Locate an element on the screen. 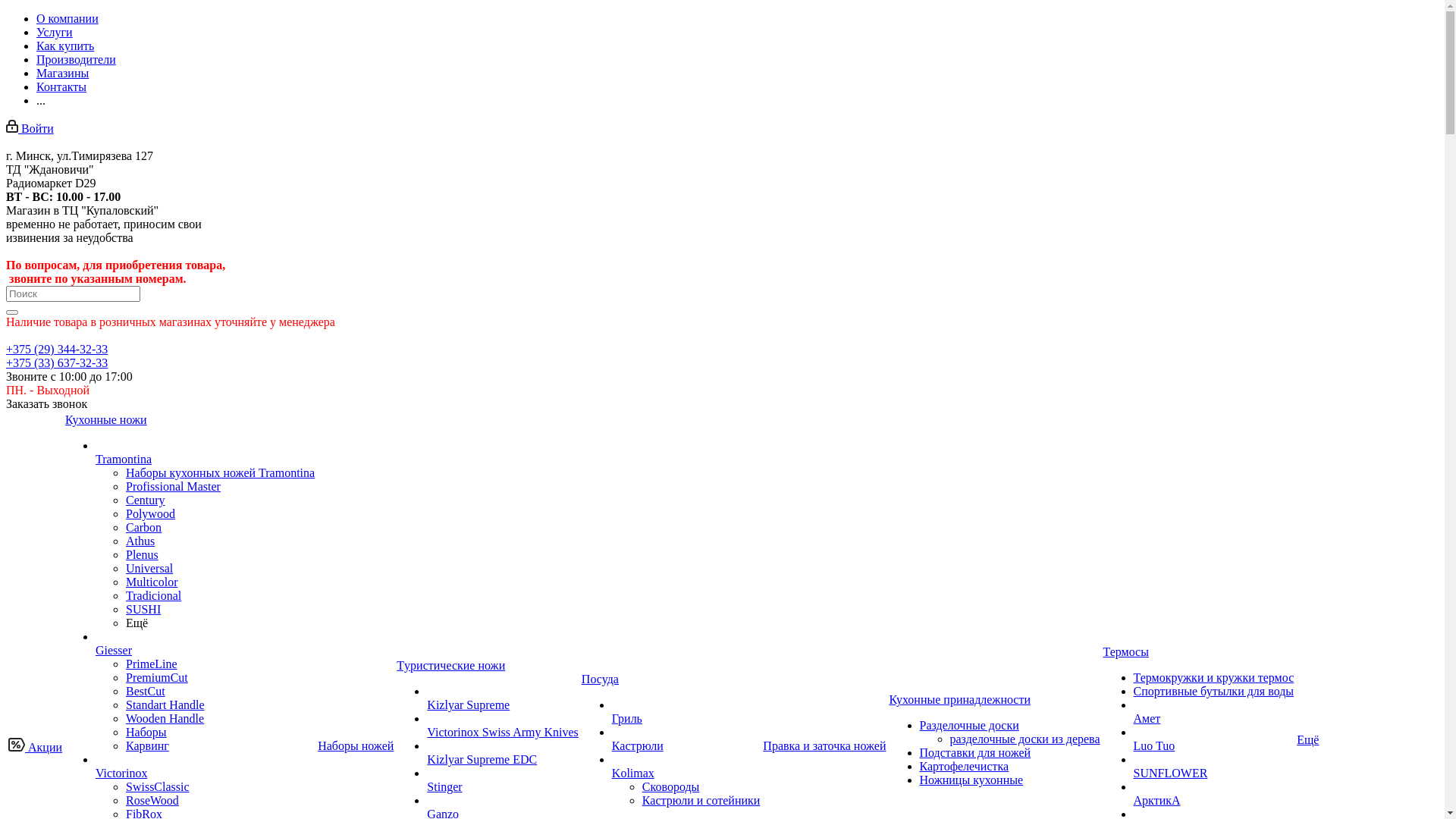  'Victorinox' is located at coordinates (120, 773).